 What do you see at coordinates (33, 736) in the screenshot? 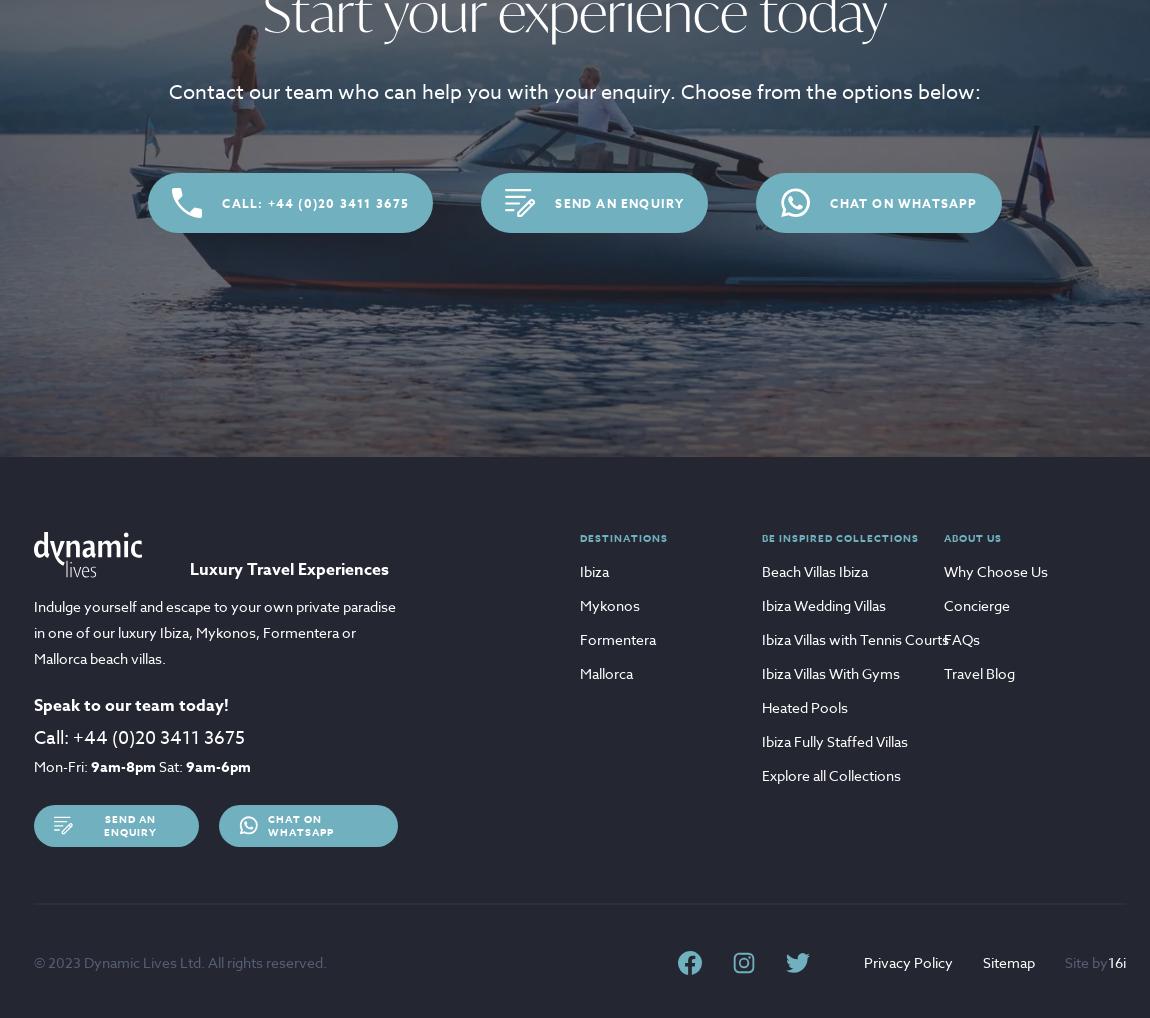
I see `'Call:'` at bounding box center [33, 736].